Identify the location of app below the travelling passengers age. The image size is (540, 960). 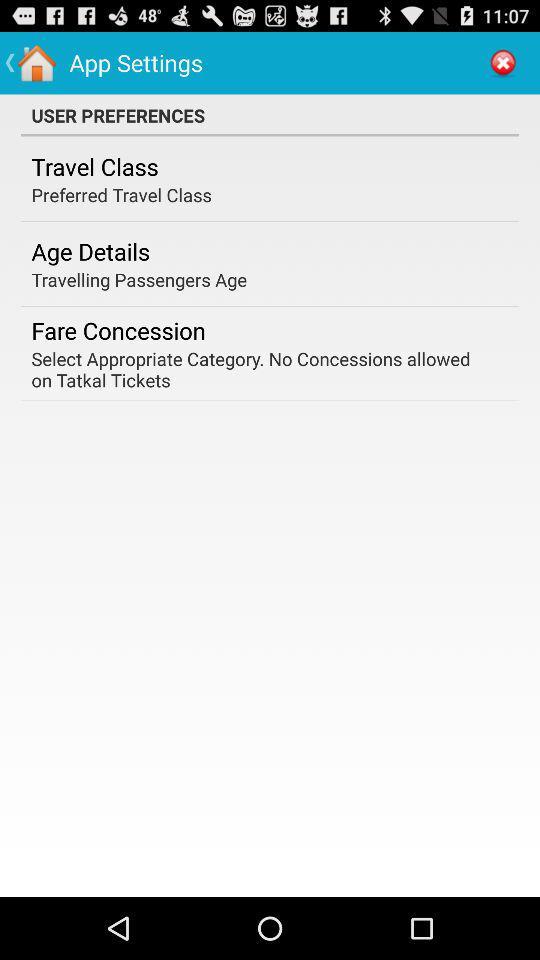
(118, 330).